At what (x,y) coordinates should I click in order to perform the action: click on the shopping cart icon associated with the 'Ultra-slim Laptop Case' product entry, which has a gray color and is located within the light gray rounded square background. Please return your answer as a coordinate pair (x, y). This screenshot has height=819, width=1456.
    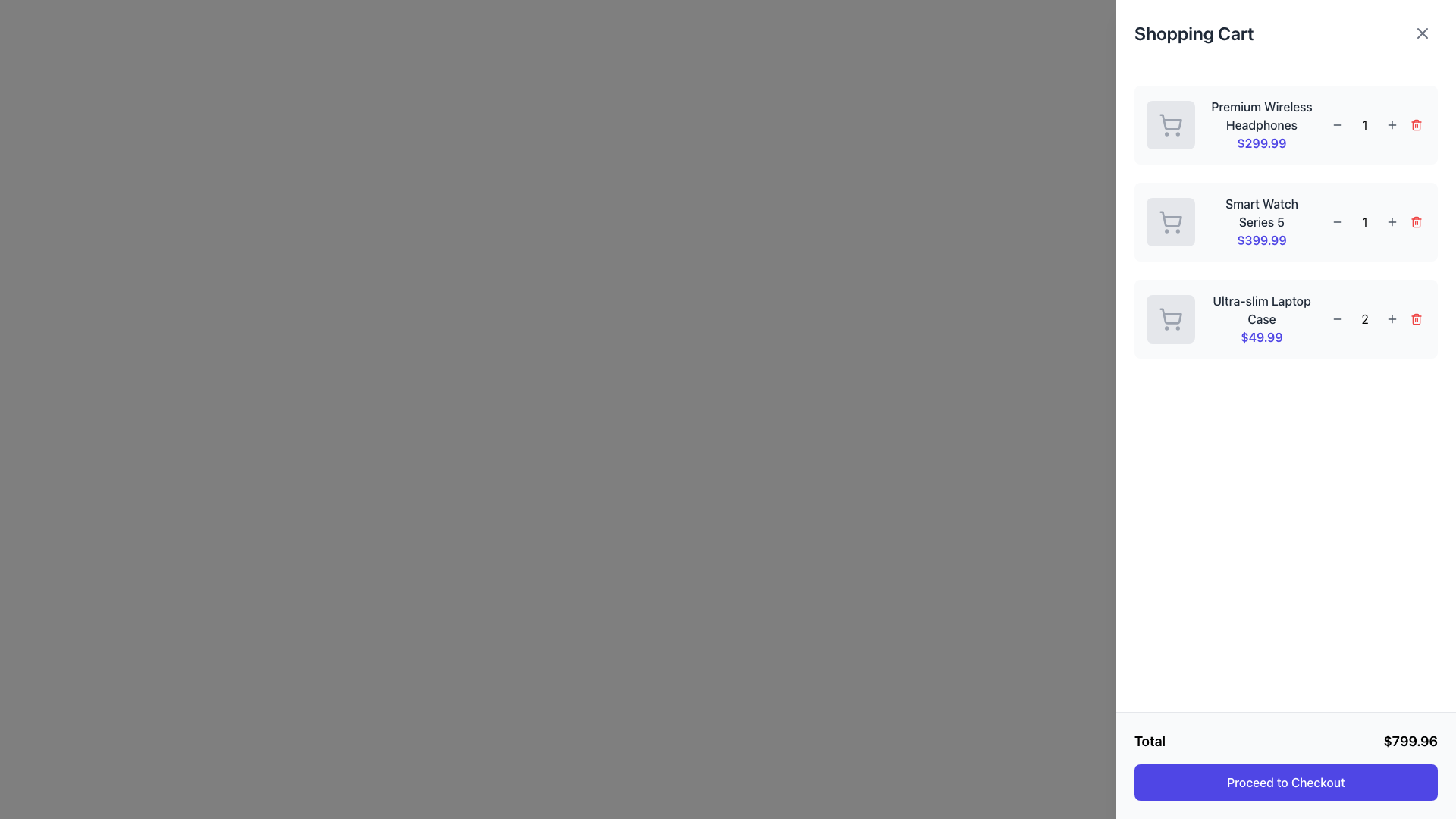
    Looking at the image, I should click on (1170, 318).